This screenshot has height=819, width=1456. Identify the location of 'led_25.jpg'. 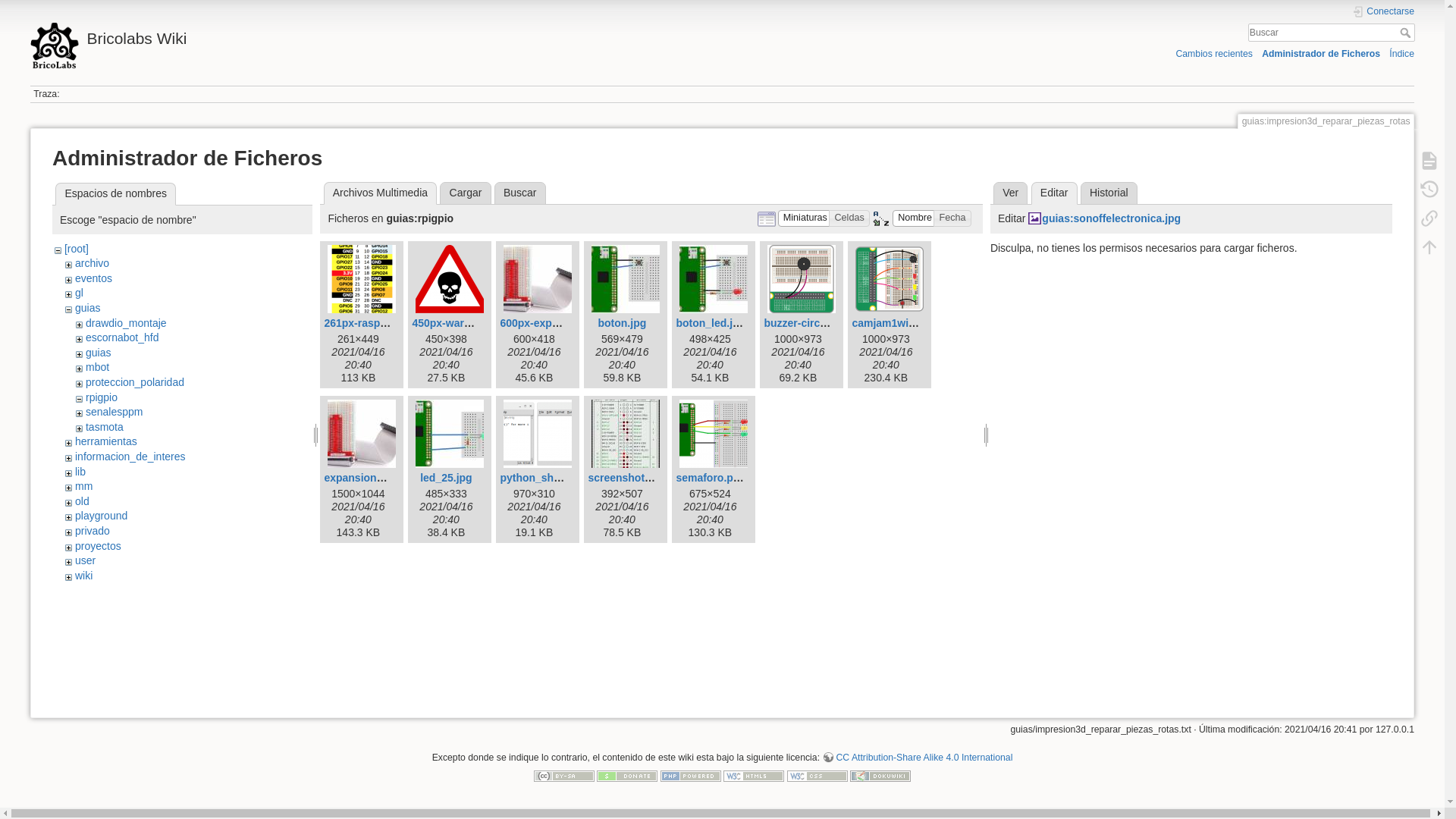
(445, 476).